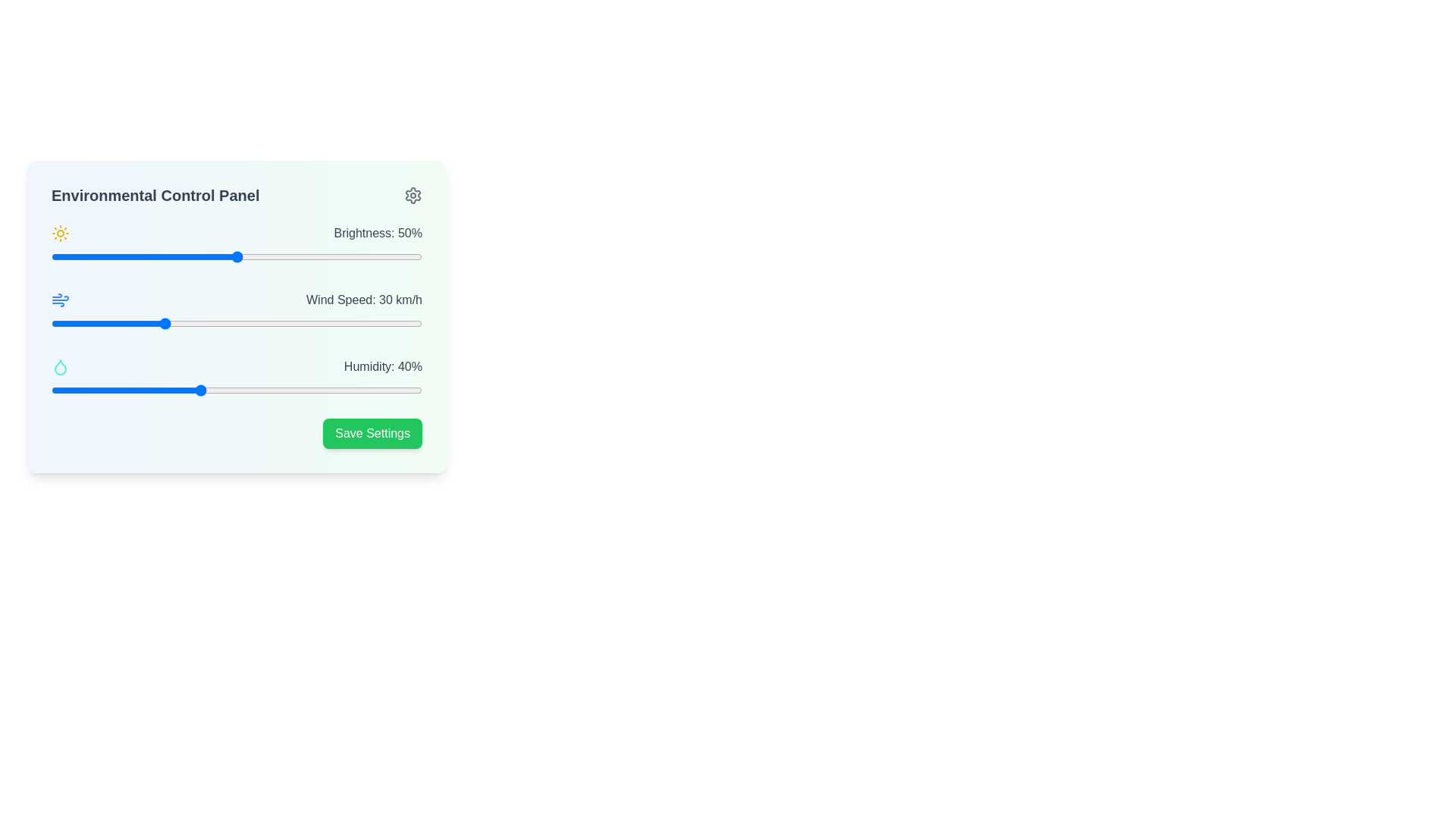  Describe the element at coordinates (236, 390) in the screenshot. I see `the track of the horizontal slider for humidity adjustment located below the label 'Humidity: 40%' to move the knob` at that location.